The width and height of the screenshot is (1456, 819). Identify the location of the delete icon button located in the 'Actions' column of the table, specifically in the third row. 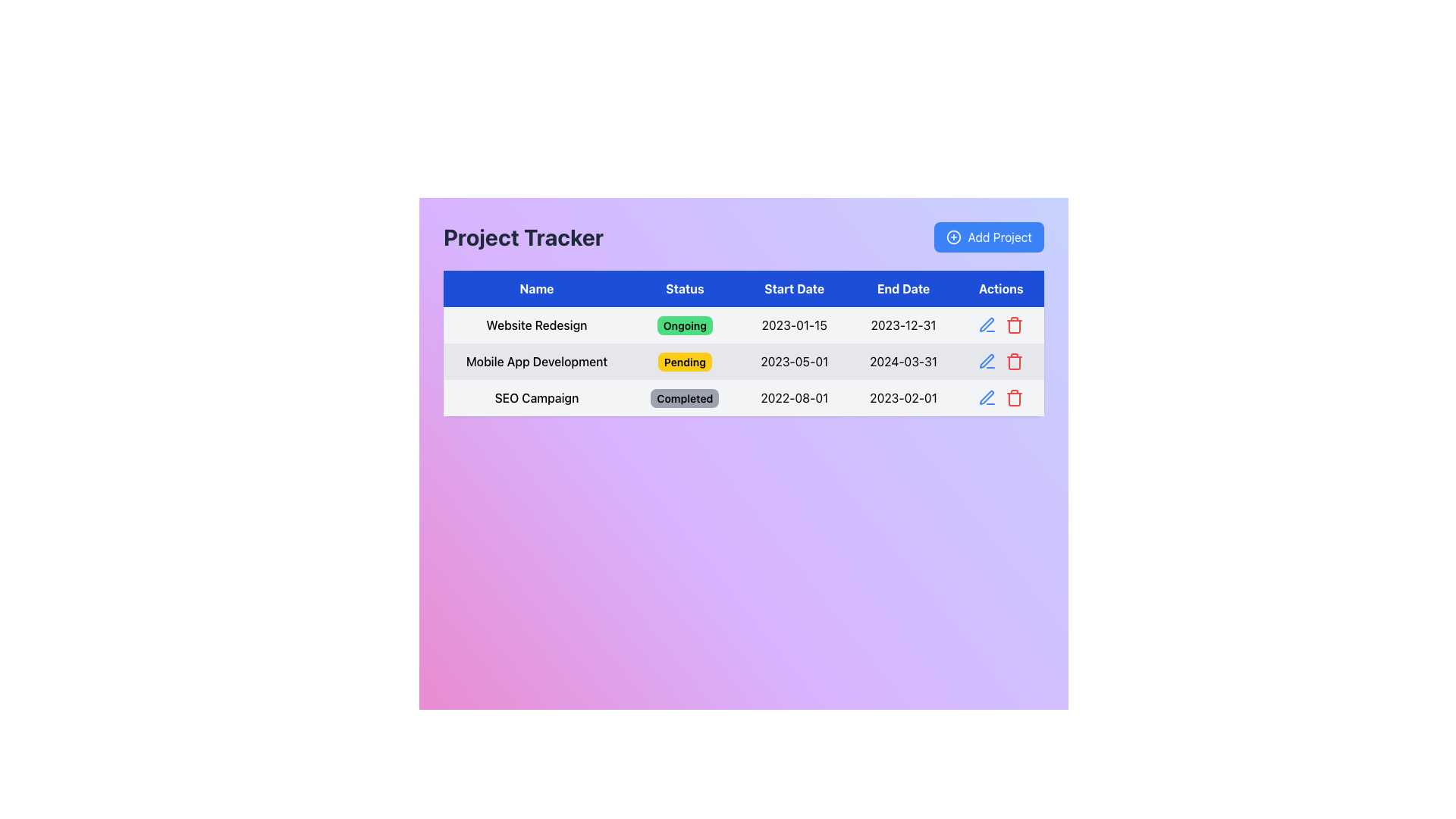
(1015, 362).